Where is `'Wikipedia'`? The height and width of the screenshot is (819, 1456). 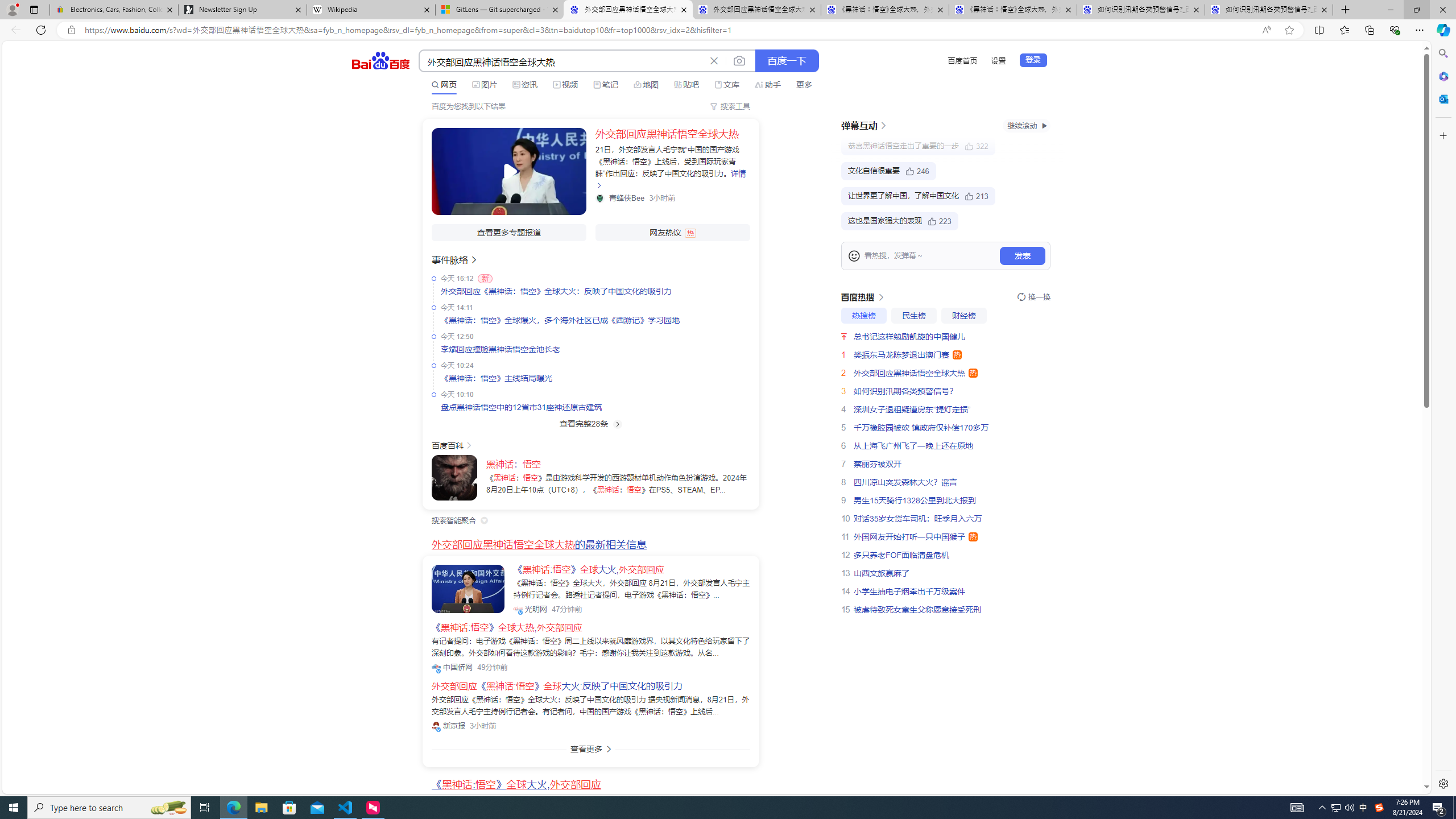
'Wikipedia' is located at coordinates (370, 9).